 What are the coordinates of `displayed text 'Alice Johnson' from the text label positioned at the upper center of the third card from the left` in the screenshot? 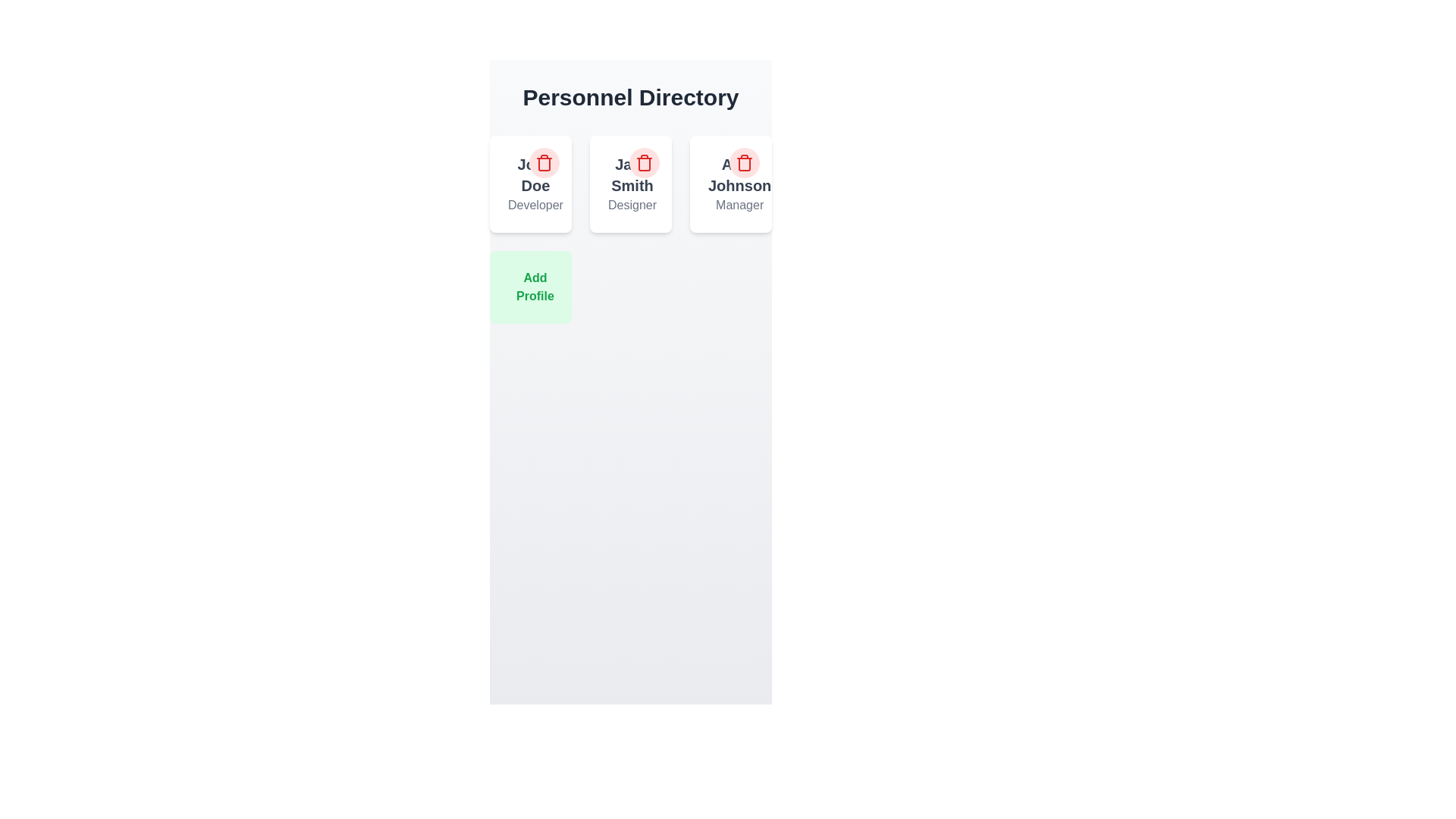 It's located at (739, 174).